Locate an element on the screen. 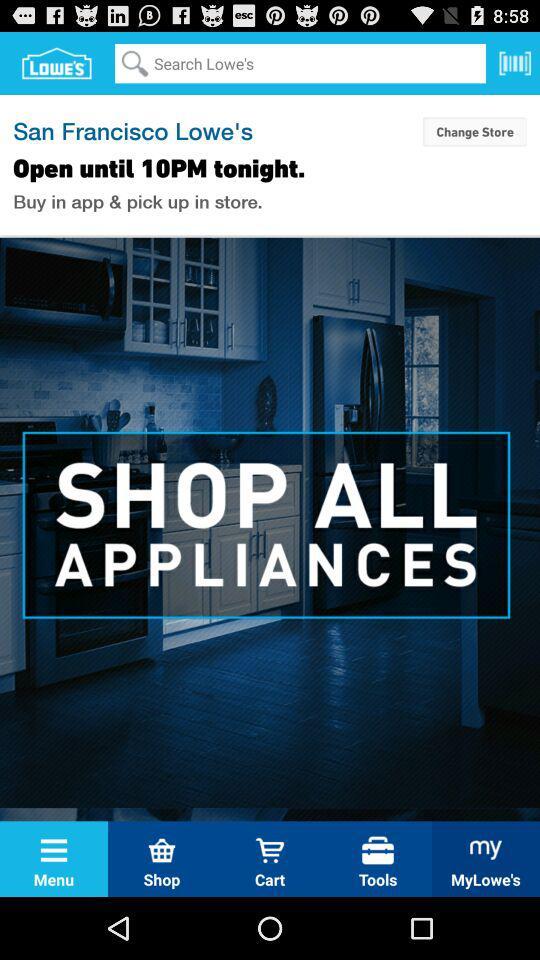 This screenshot has width=540, height=960. the basket symbol above the shop is located at coordinates (161, 849).